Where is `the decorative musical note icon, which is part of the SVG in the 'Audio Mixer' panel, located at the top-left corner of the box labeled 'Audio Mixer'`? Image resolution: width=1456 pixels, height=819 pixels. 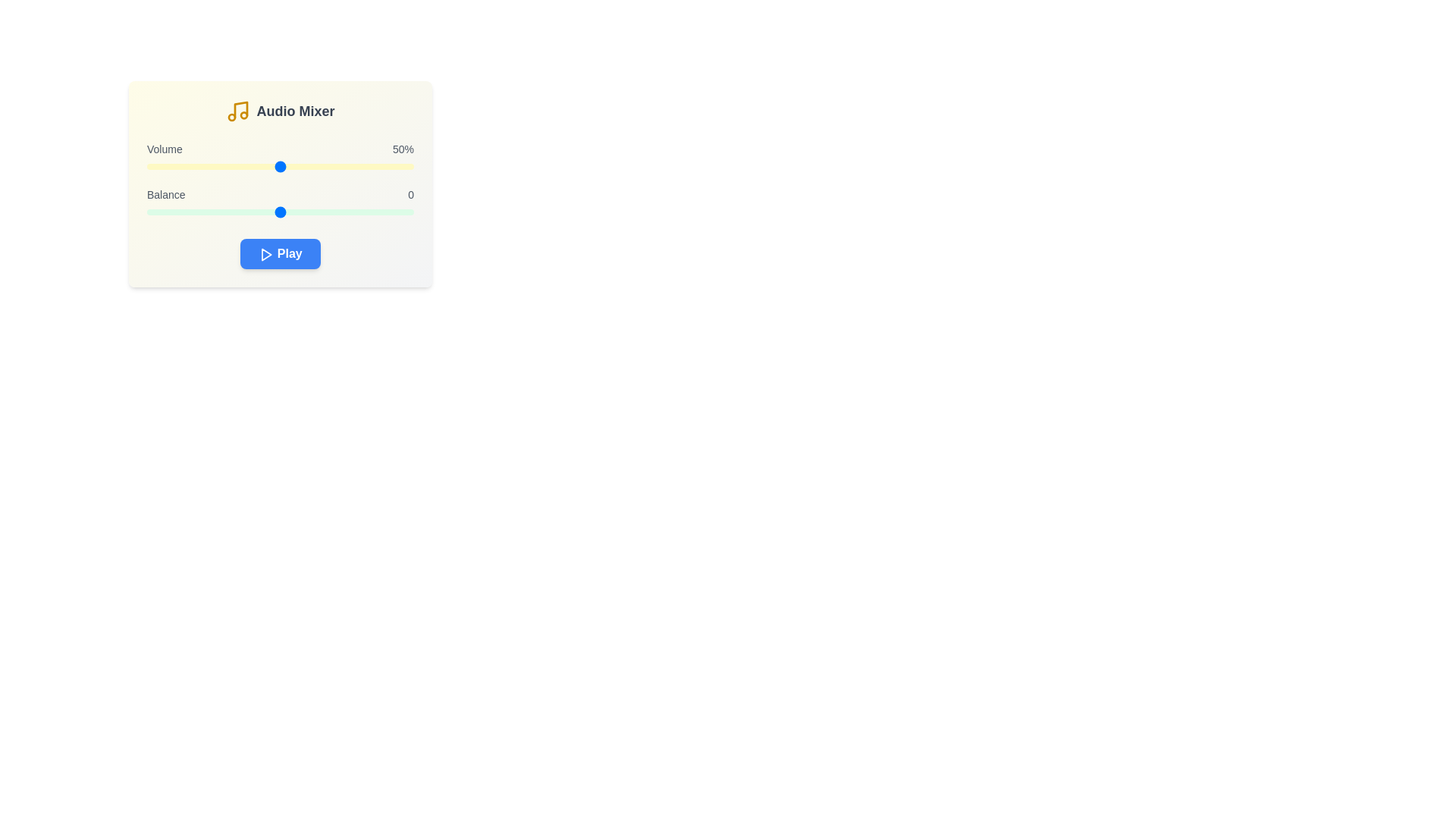
the decorative musical note icon, which is part of the SVG in the 'Audio Mixer' panel, located at the top-left corner of the box labeled 'Audio Mixer' is located at coordinates (240, 109).